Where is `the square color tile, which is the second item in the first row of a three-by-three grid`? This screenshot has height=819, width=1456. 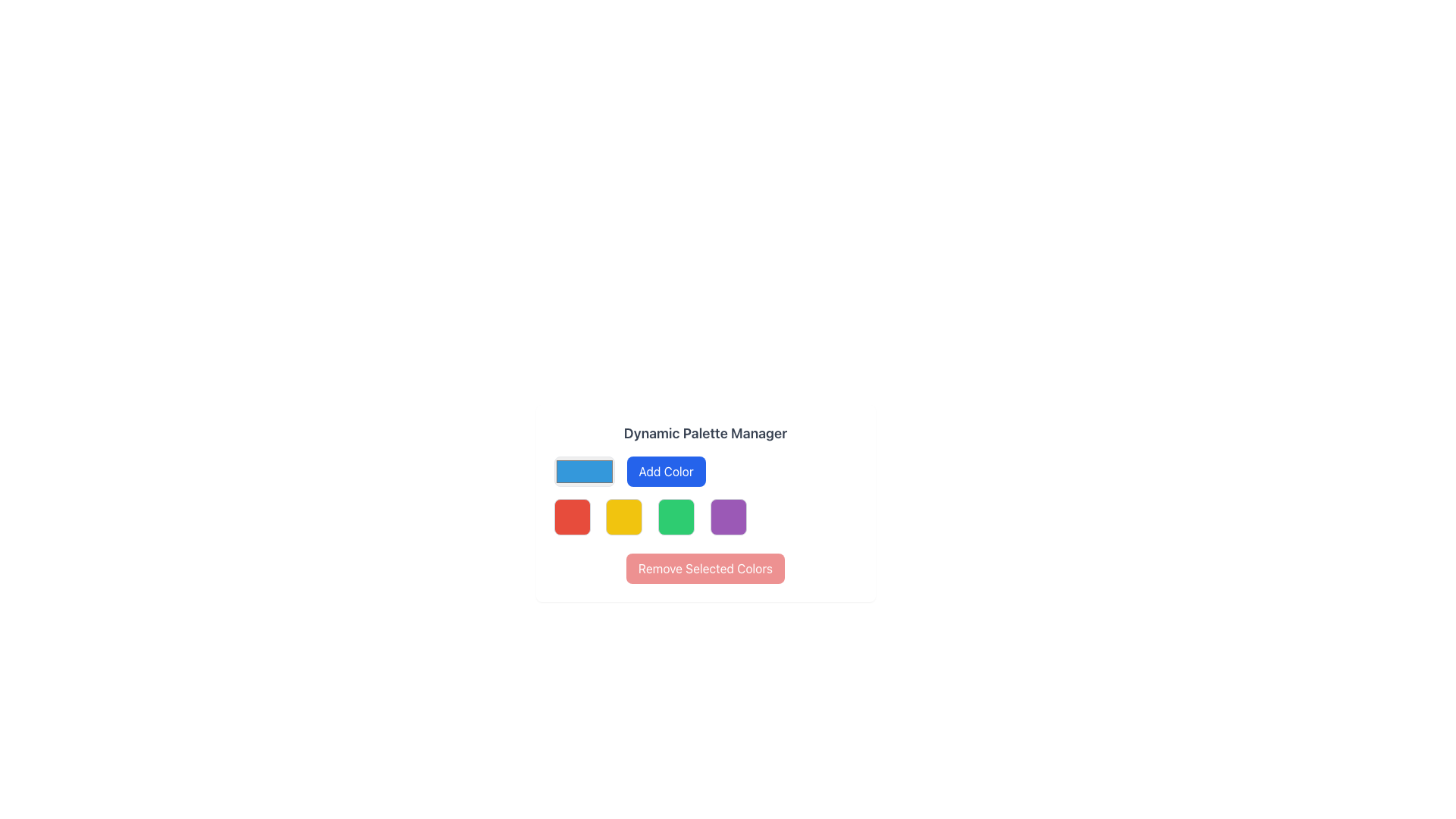
the square color tile, which is the second item in the first row of a three-by-three grid is located at coordinates (624, 516).